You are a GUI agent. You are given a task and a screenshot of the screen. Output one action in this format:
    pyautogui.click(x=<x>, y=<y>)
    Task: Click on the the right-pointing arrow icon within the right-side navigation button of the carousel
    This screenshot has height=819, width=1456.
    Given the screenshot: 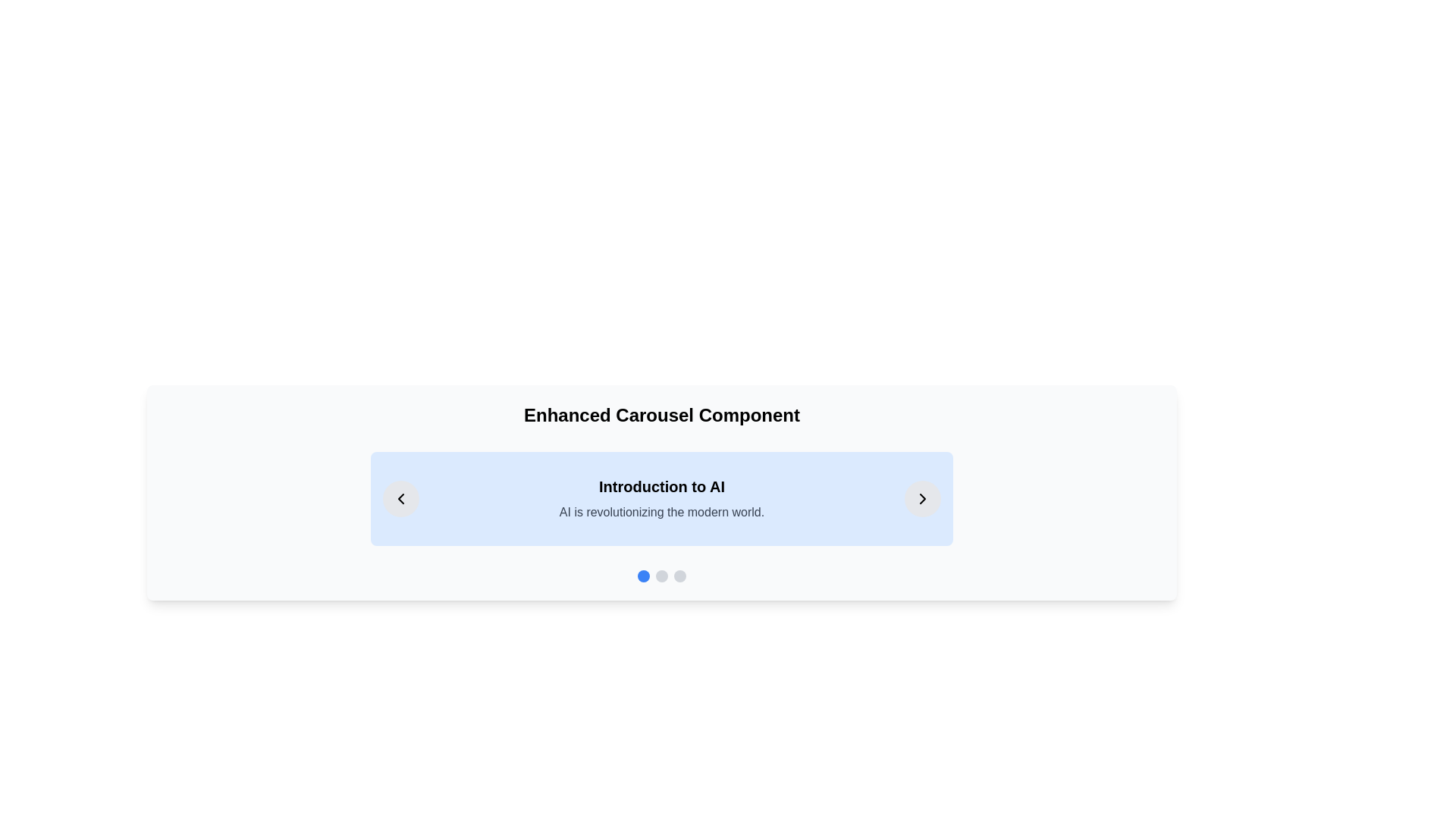 What is the action you would take?
    pyautogui.click(x=922, y=499)
    